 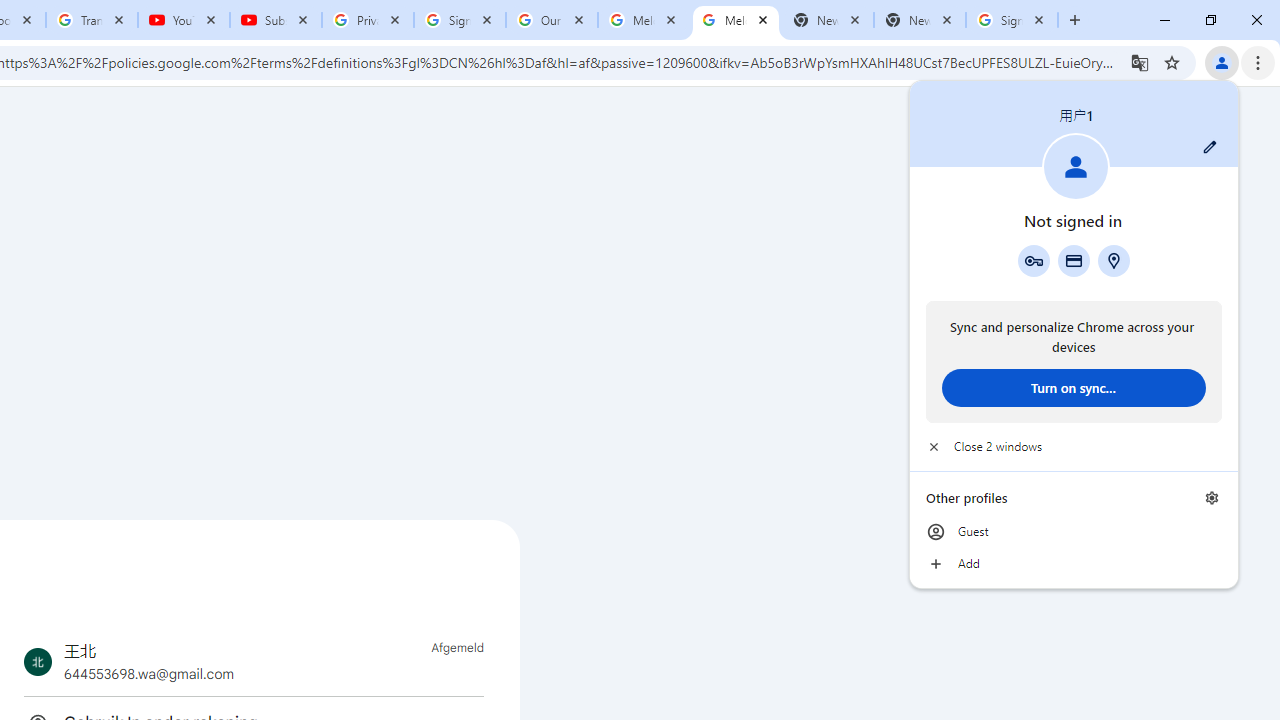 I want to click on 'New Tab', so click(x=919, y=20).